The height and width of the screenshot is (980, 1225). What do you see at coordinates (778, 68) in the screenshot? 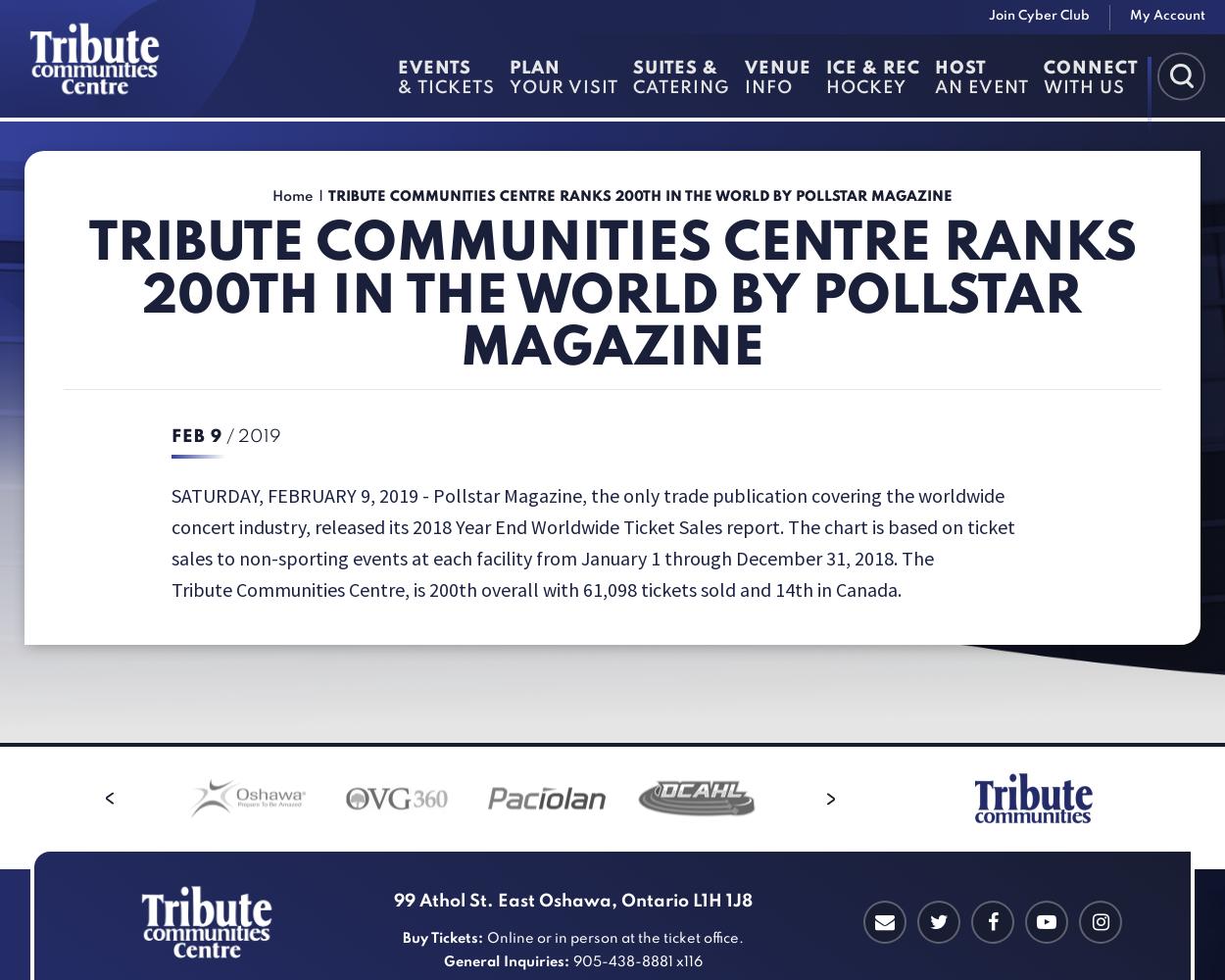
I see `'Venue'` at bounding box center [778, 68].